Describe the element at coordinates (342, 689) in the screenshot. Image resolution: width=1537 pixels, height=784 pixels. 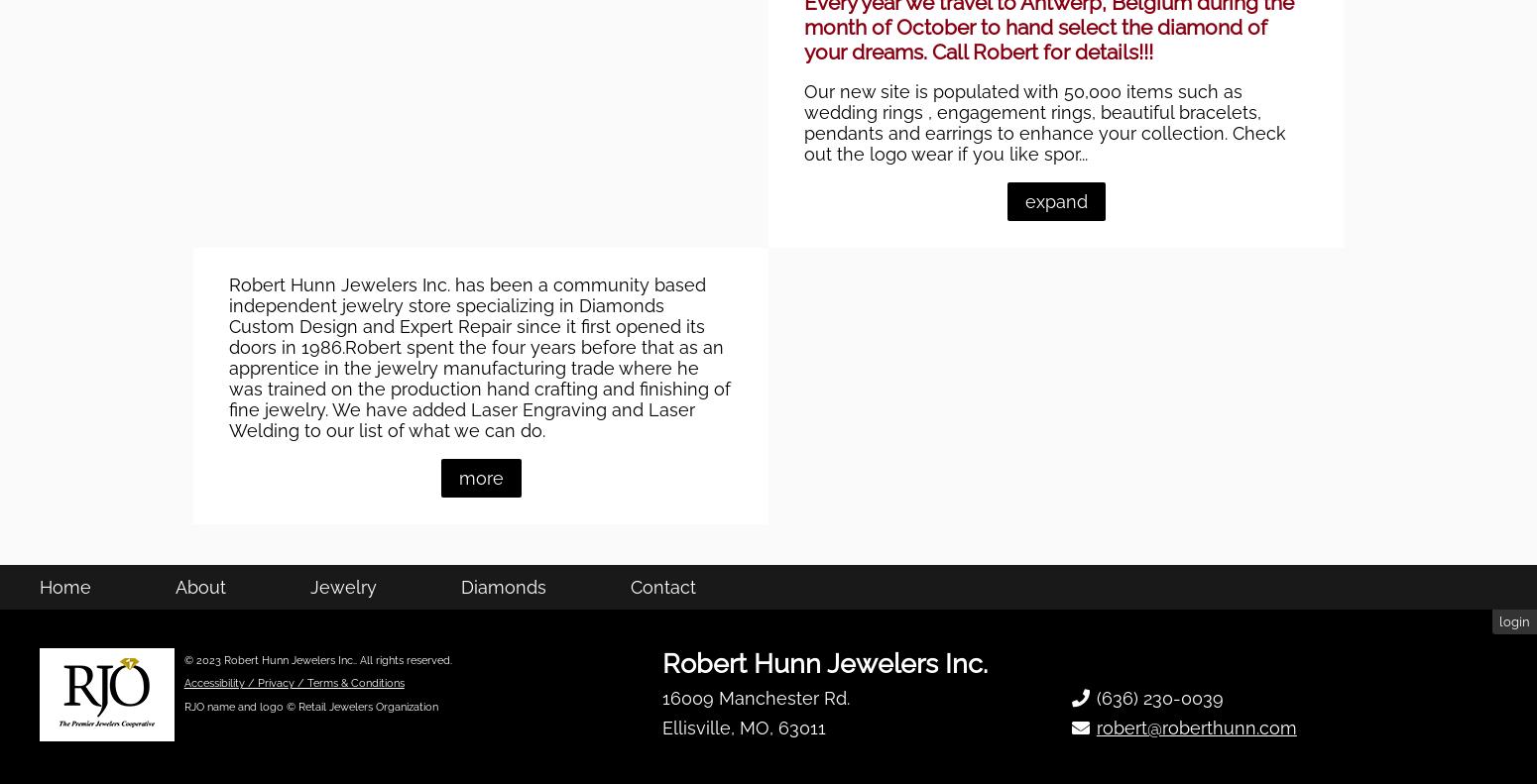
I see `'Jewelry'` at that location.